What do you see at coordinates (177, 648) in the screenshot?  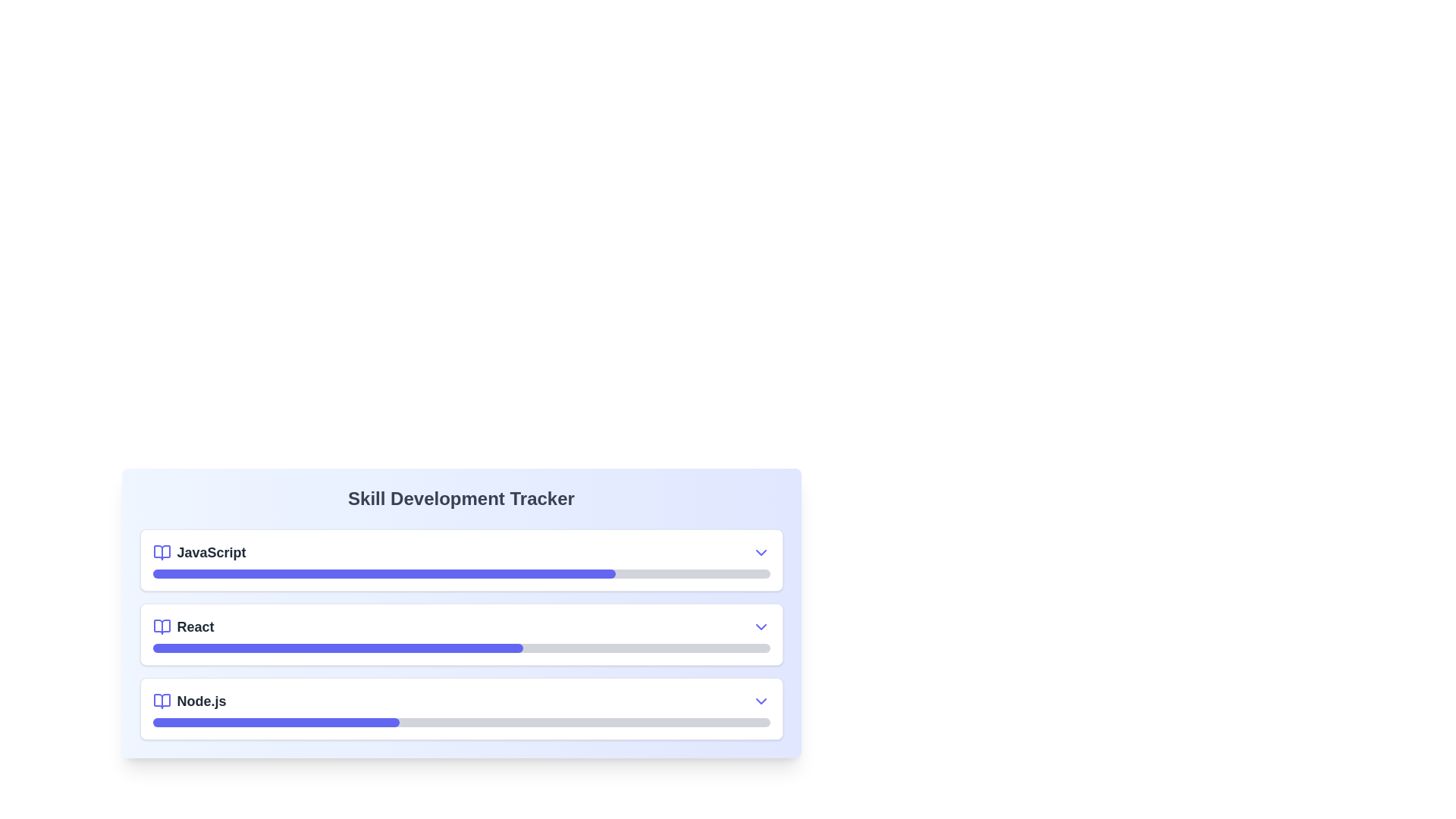 I see `the progress of the bar` at bounding box center [177, 648].